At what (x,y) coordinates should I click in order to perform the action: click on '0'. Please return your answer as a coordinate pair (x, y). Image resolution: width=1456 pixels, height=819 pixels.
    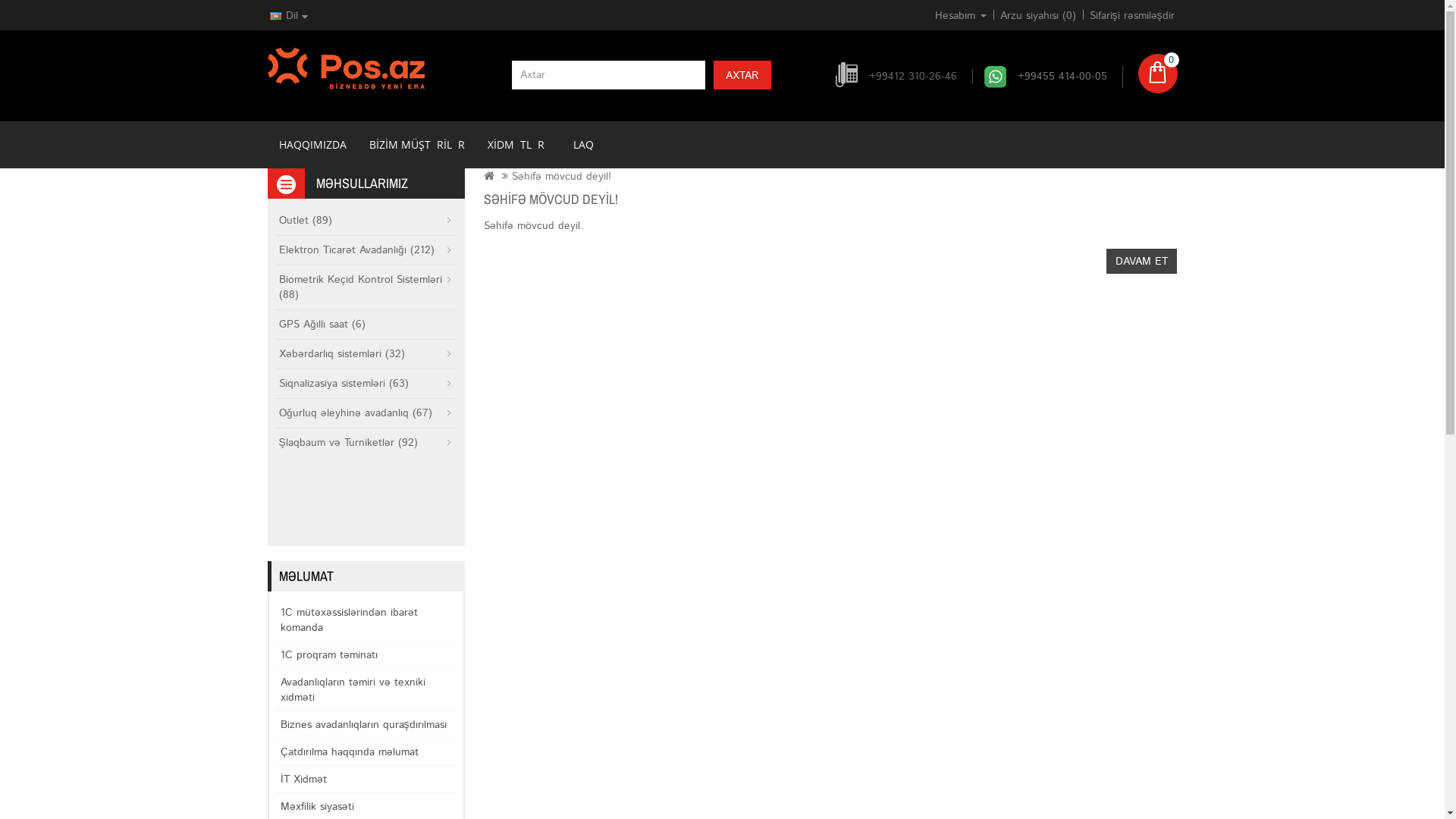
    Looking at the image, I should click on (1156, 73).